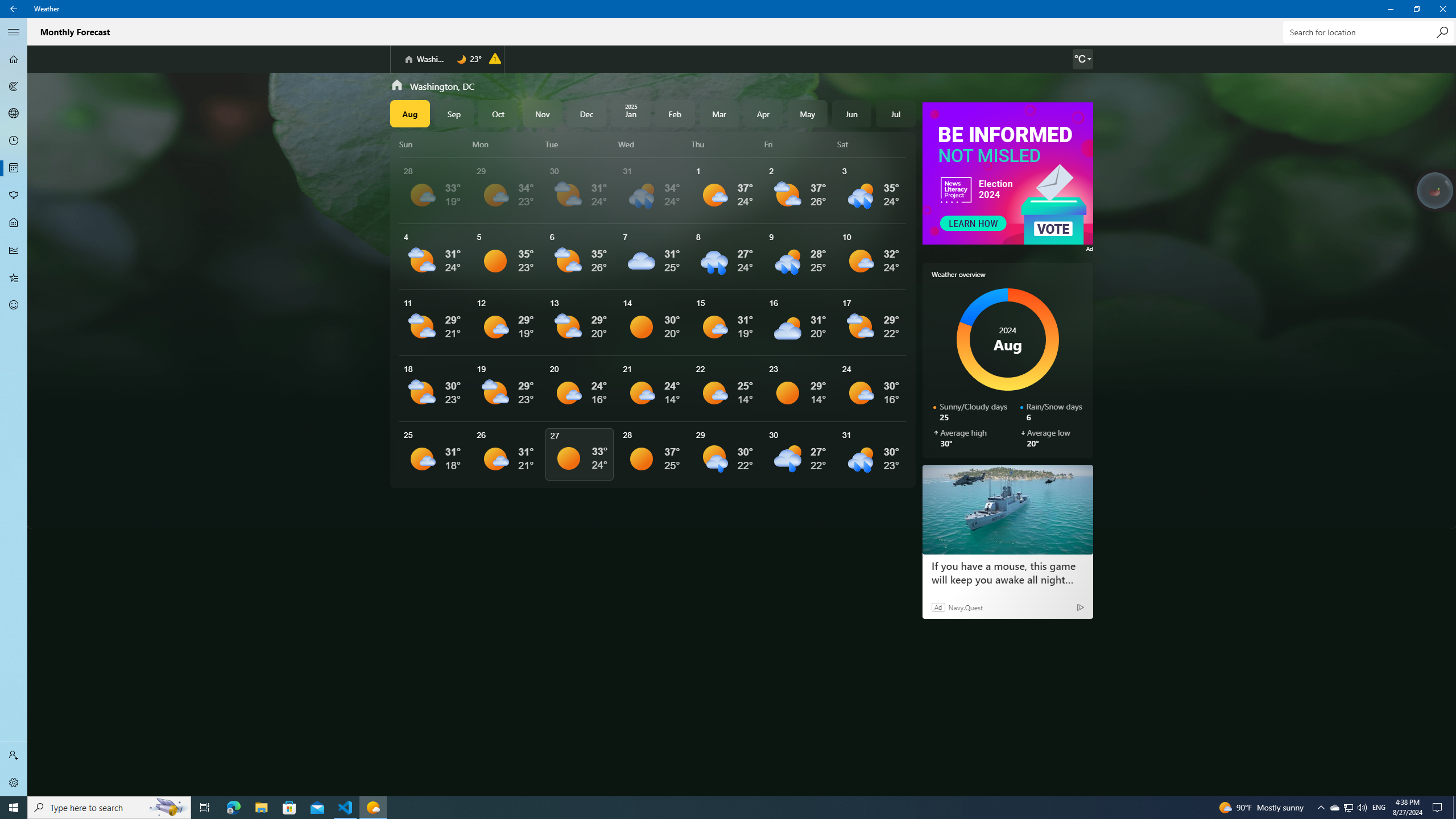 The width and height of the screenshot is (1456, 819). What do you see at coordinates (1442, 9) in the screenshot?
I see `'Close Weather'` at bounding box center [1442, 9].